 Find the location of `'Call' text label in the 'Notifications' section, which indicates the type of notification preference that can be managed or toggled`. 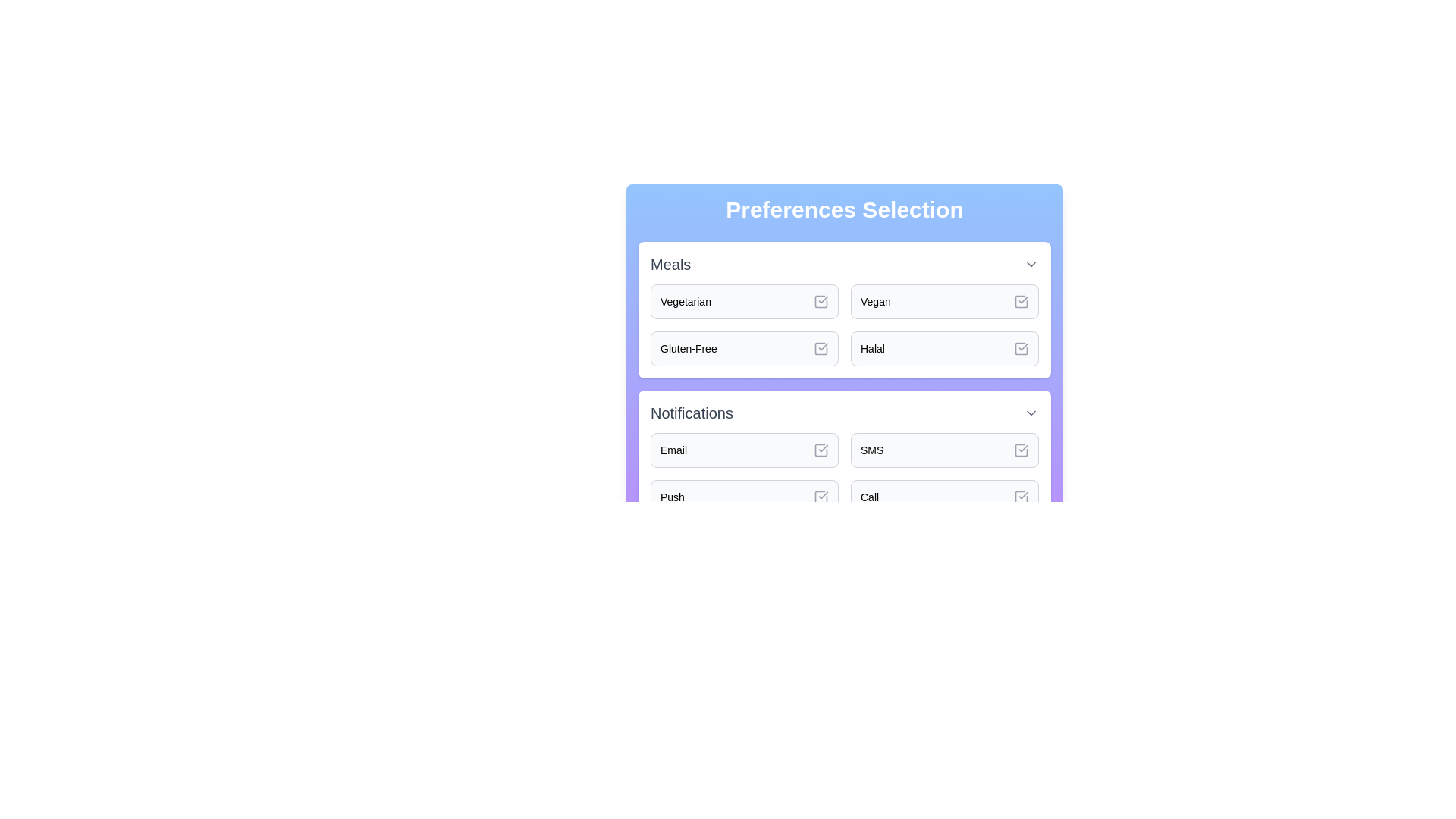

'Call' text label in the 'Notifications' section, which indicates the type of notification preference that can be managed or toggled is located at coordinates (870, 497).